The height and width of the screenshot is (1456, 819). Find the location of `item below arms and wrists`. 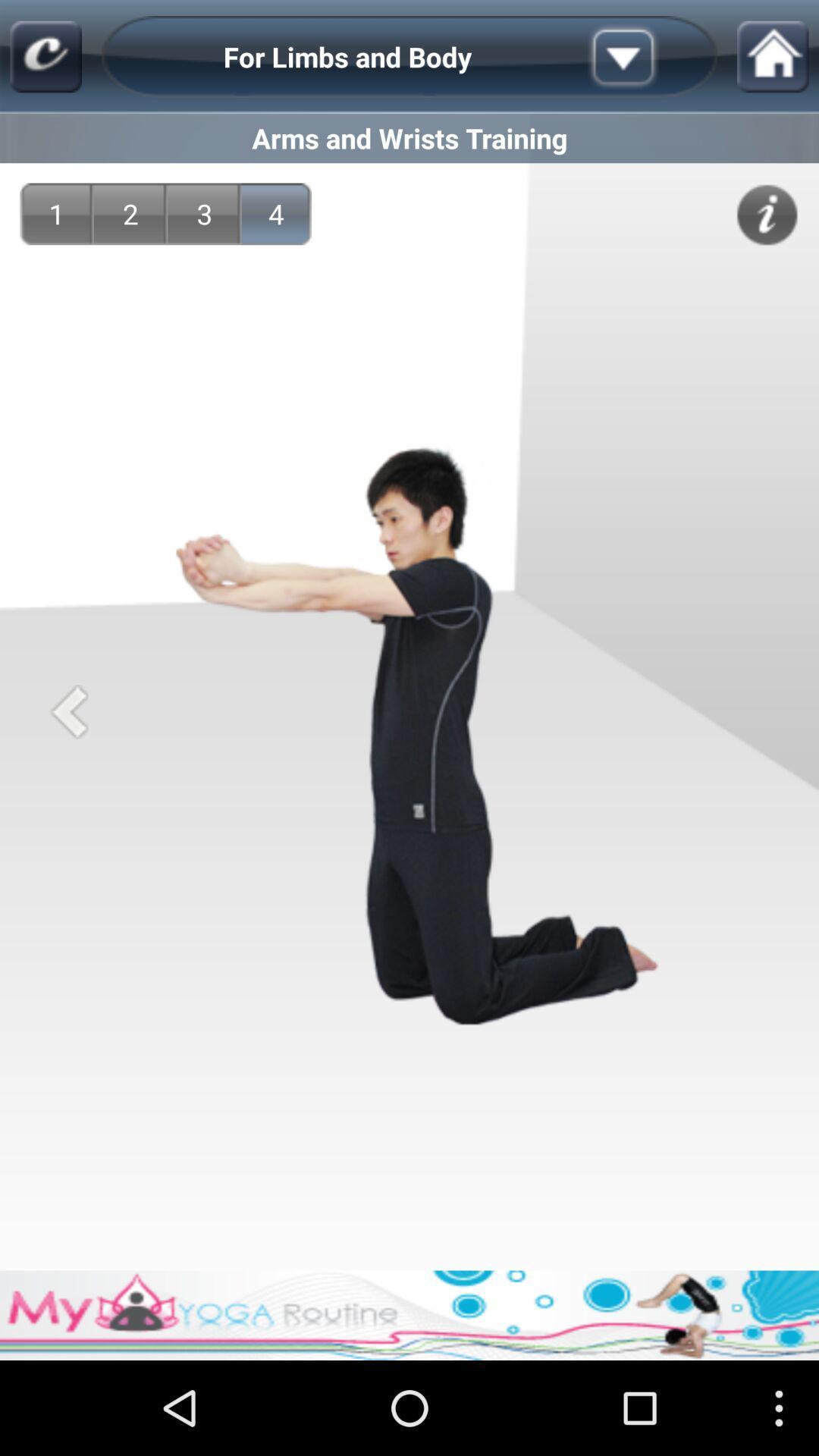

item below arms and wrists is located at coordinates (767, 214).